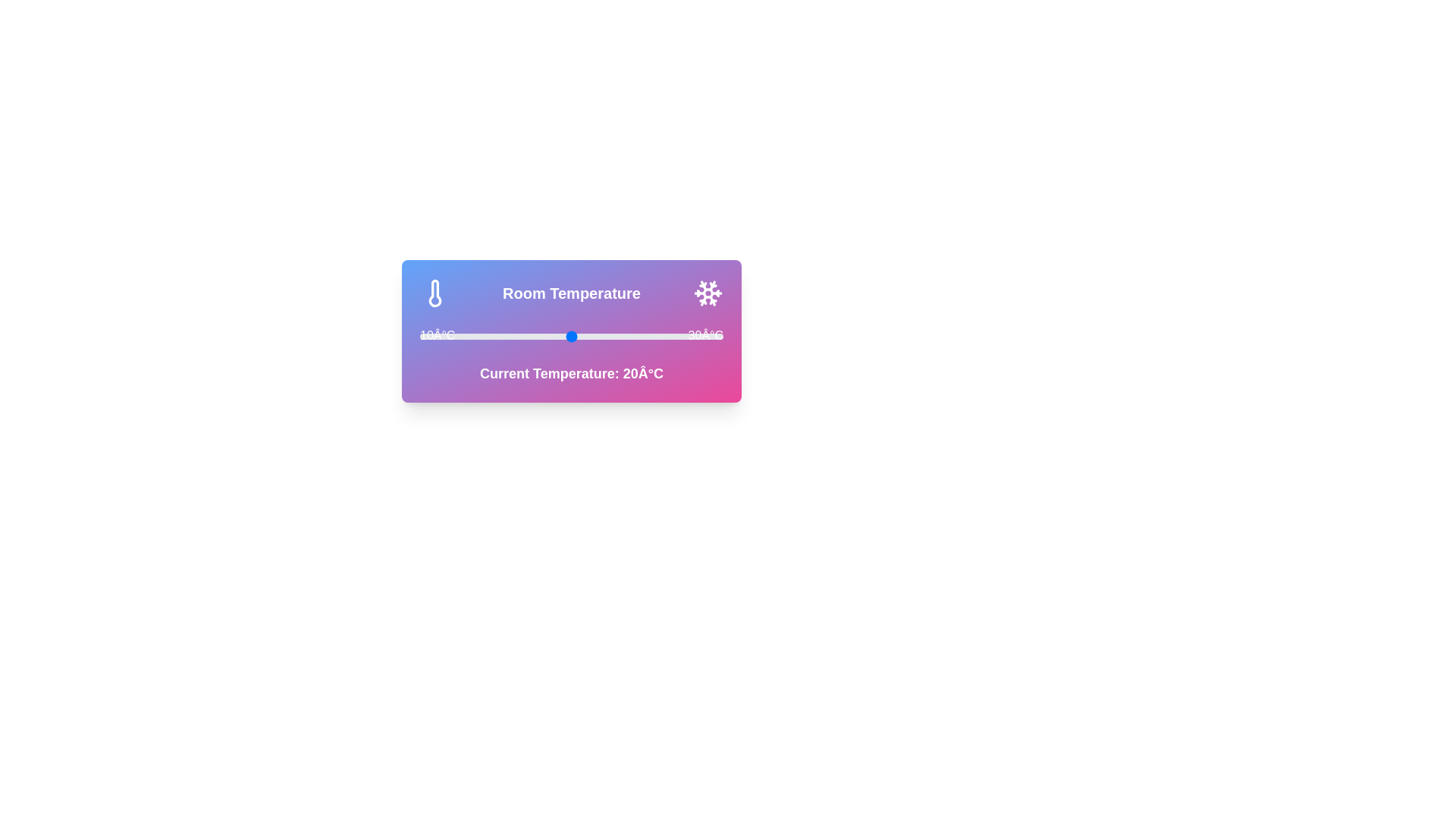 The width and height of the screenshot is (1456, 819). What do you see at coordinates (617, 335) in the screenshot?
I see `the temperature slider to 23°C` at bounding box center [617, 335].